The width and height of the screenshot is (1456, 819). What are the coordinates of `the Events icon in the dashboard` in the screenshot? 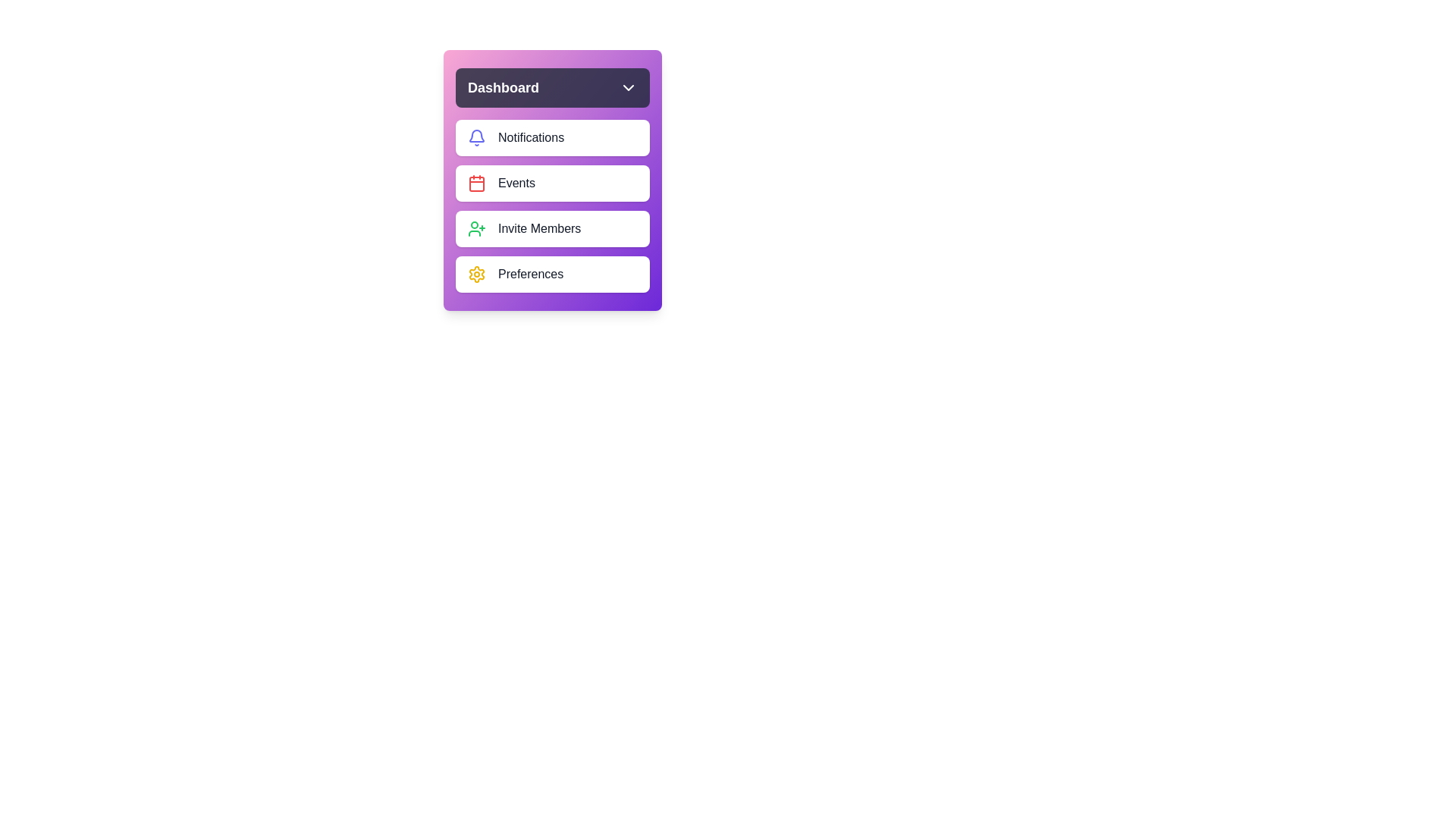 It's located at (475, 183).